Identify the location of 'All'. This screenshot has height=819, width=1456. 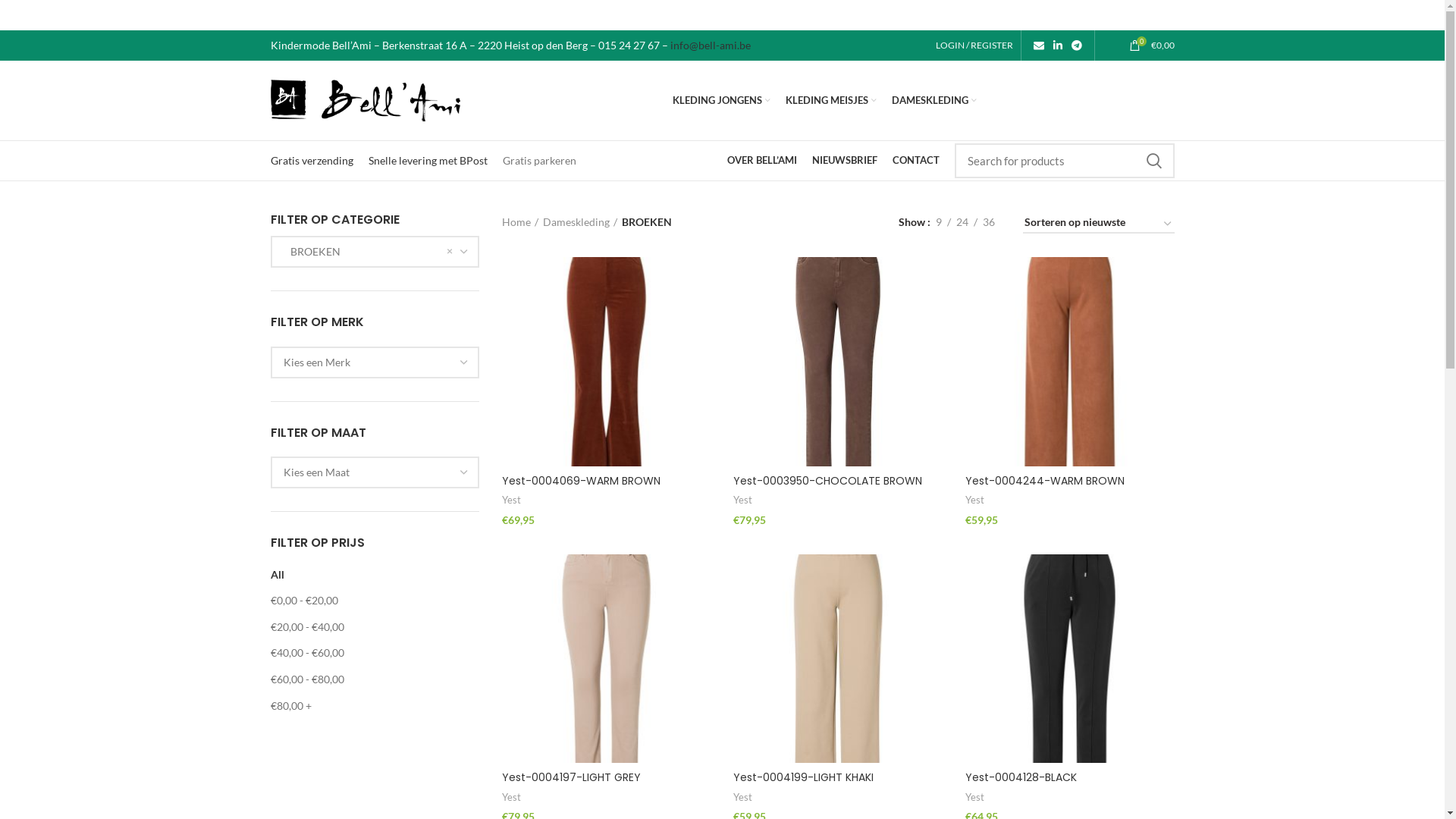
(276, 574).